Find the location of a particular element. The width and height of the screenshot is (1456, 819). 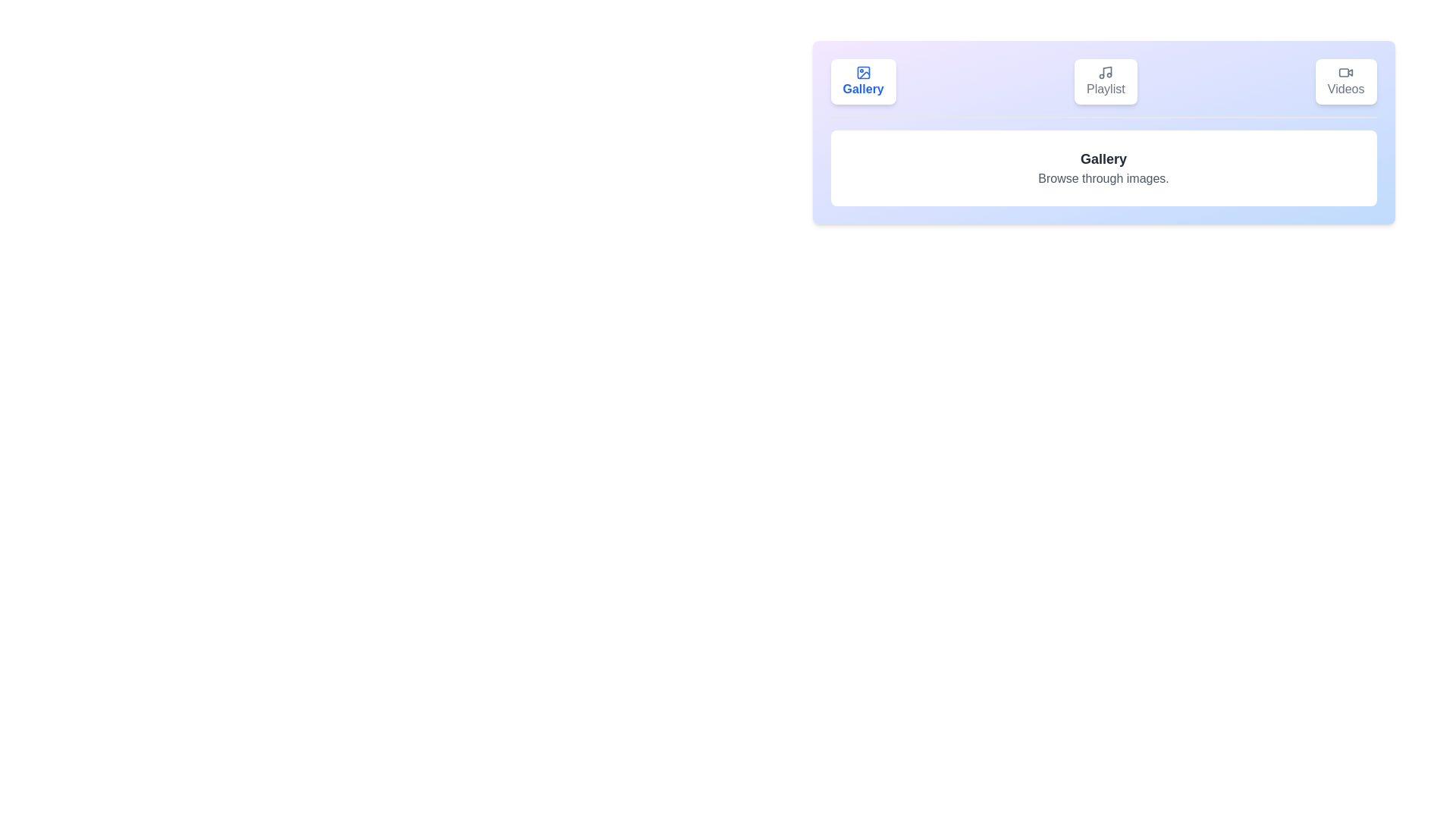

the Videos tab by clicking on its button is located at coordinates (1346, 82).